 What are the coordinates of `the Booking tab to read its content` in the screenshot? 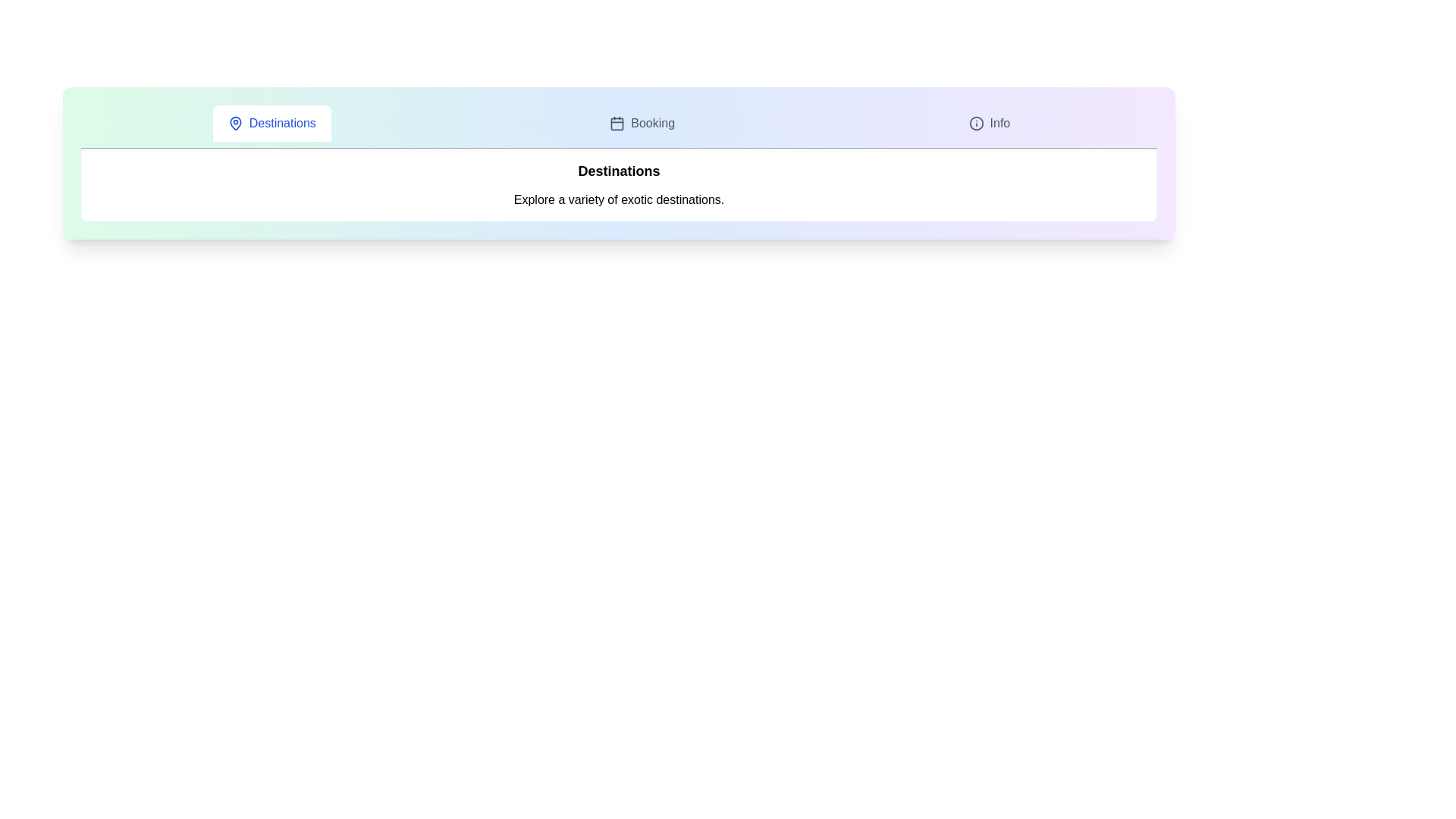 It's located at (642, 122).